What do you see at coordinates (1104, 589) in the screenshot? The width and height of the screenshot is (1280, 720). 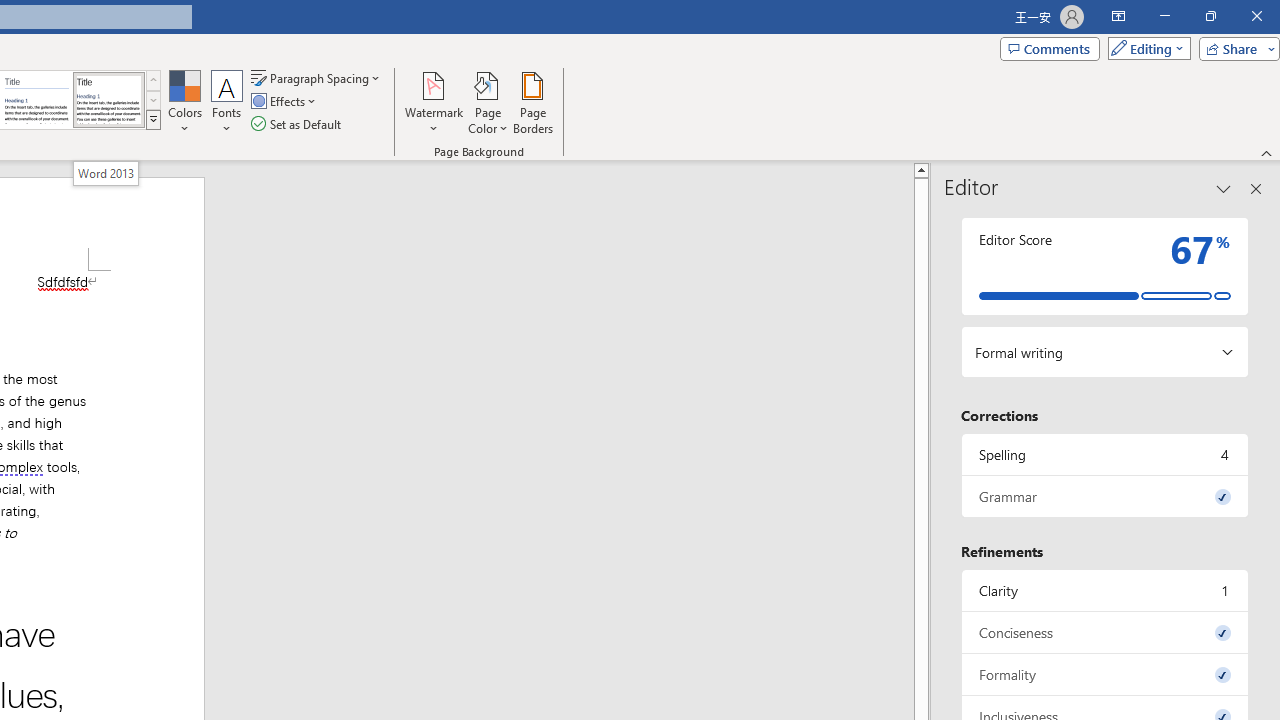 I see `'Clarity, 1 issue. Press space or enter to review items.'` at bounding box center [1104, 589].